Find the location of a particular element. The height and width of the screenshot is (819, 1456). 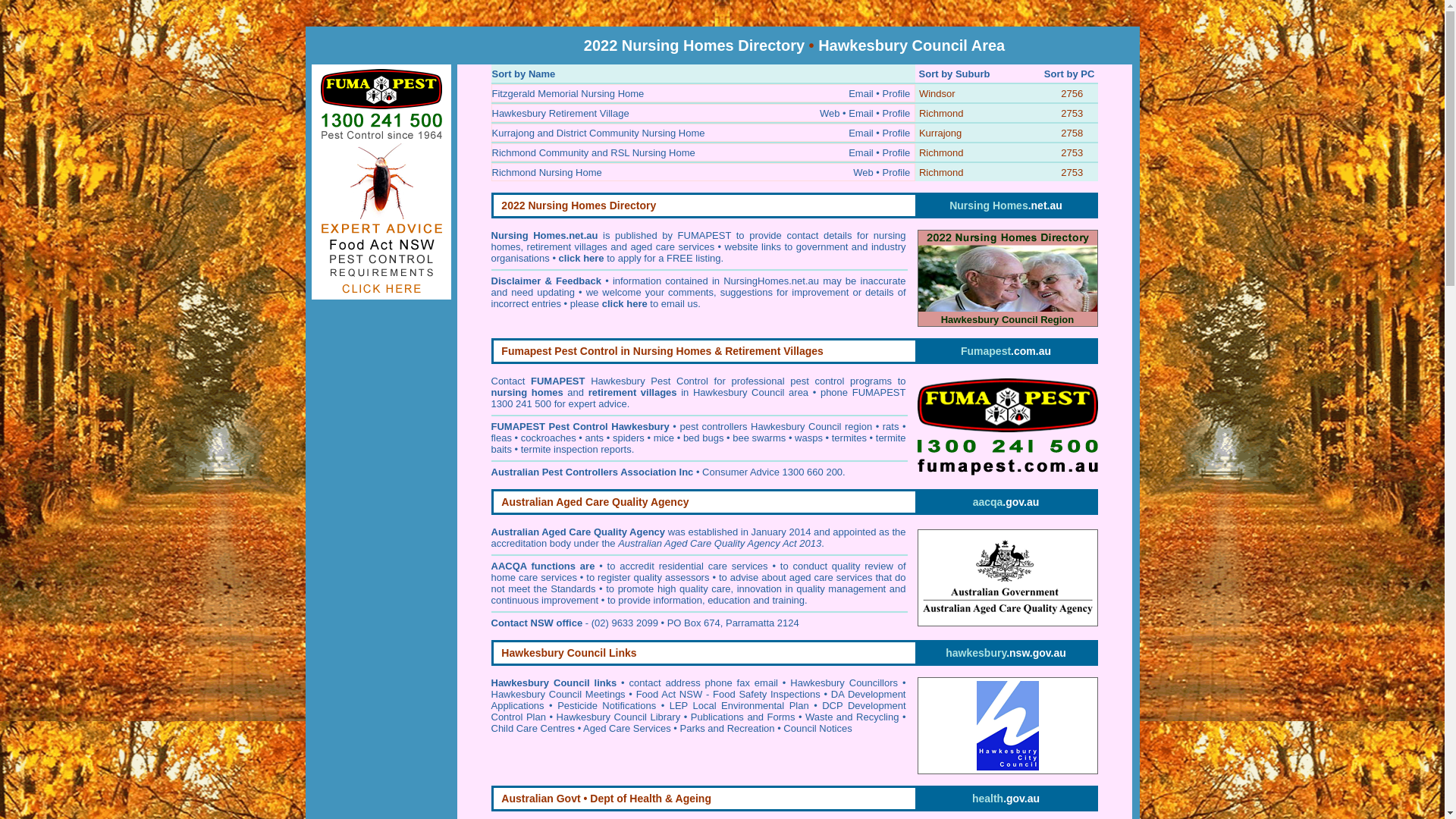

'Hawkesbury Council Links' is located at coordinates (567, 652).